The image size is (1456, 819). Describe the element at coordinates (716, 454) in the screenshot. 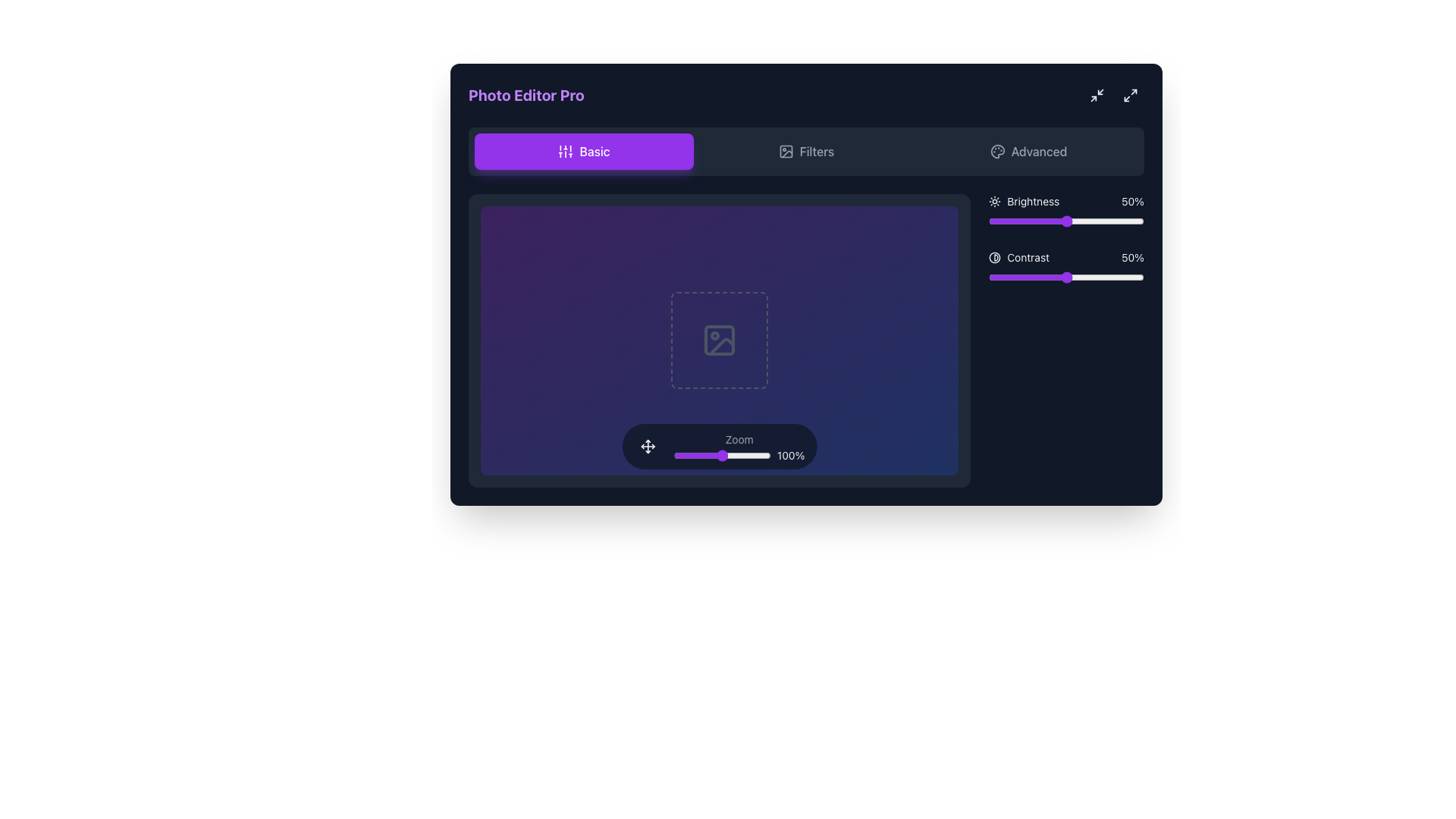

I see `the zoom level` at that location.